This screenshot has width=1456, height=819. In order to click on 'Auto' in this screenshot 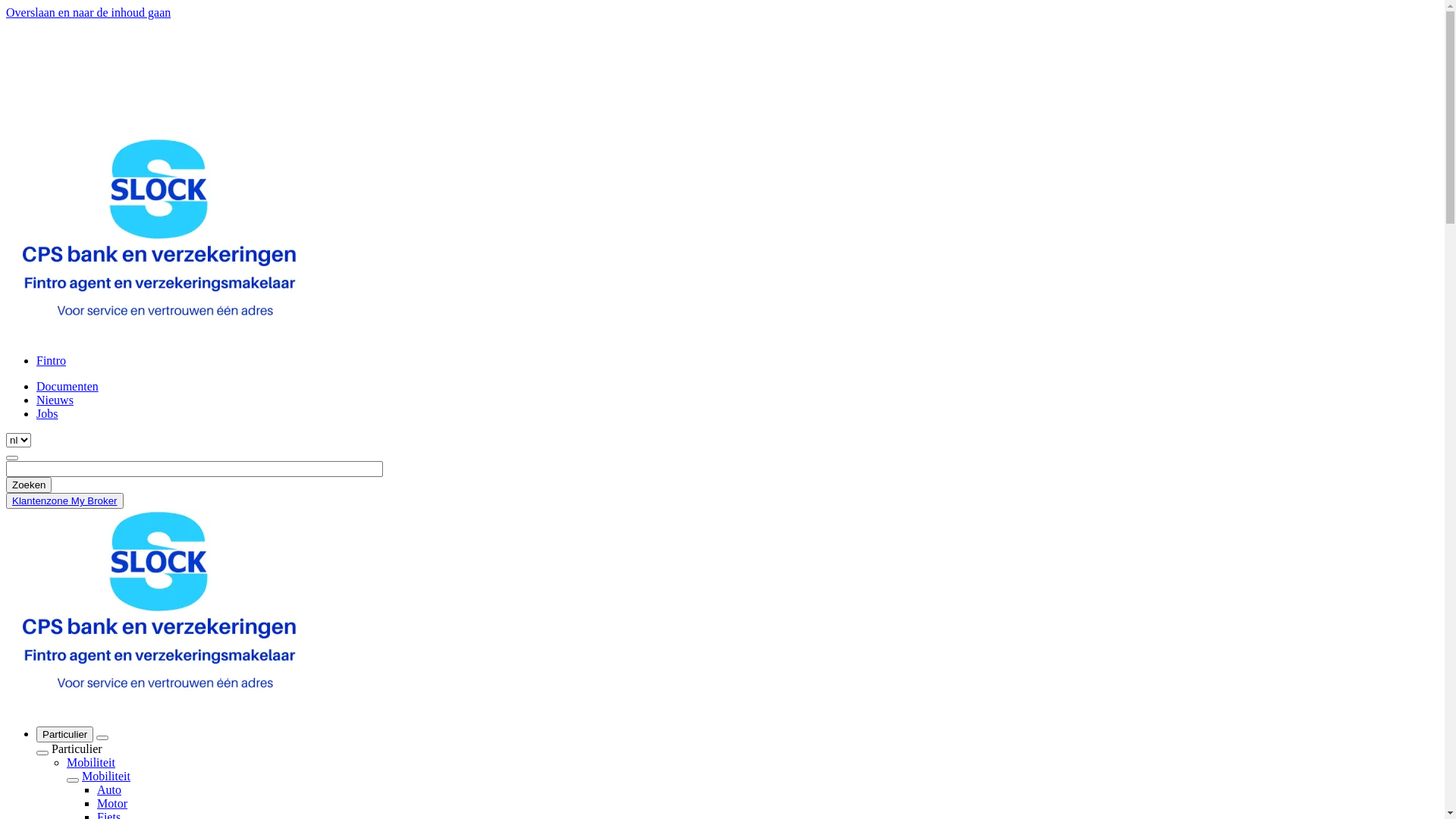, I will do `click(108, 789)`.